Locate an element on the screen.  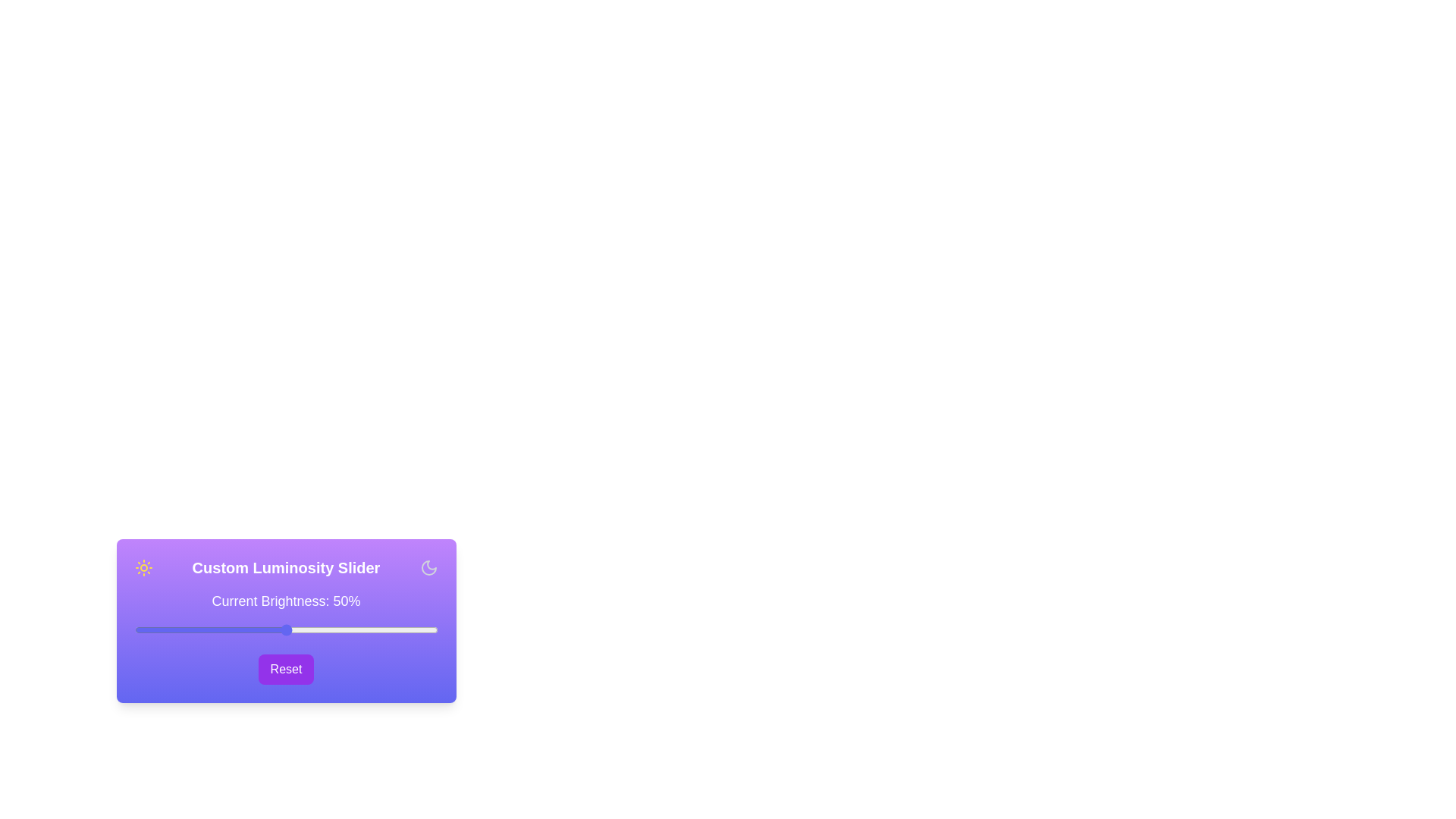
the slider labeled 'Current Brightness: 50%' is located at coordinates (286, 623).